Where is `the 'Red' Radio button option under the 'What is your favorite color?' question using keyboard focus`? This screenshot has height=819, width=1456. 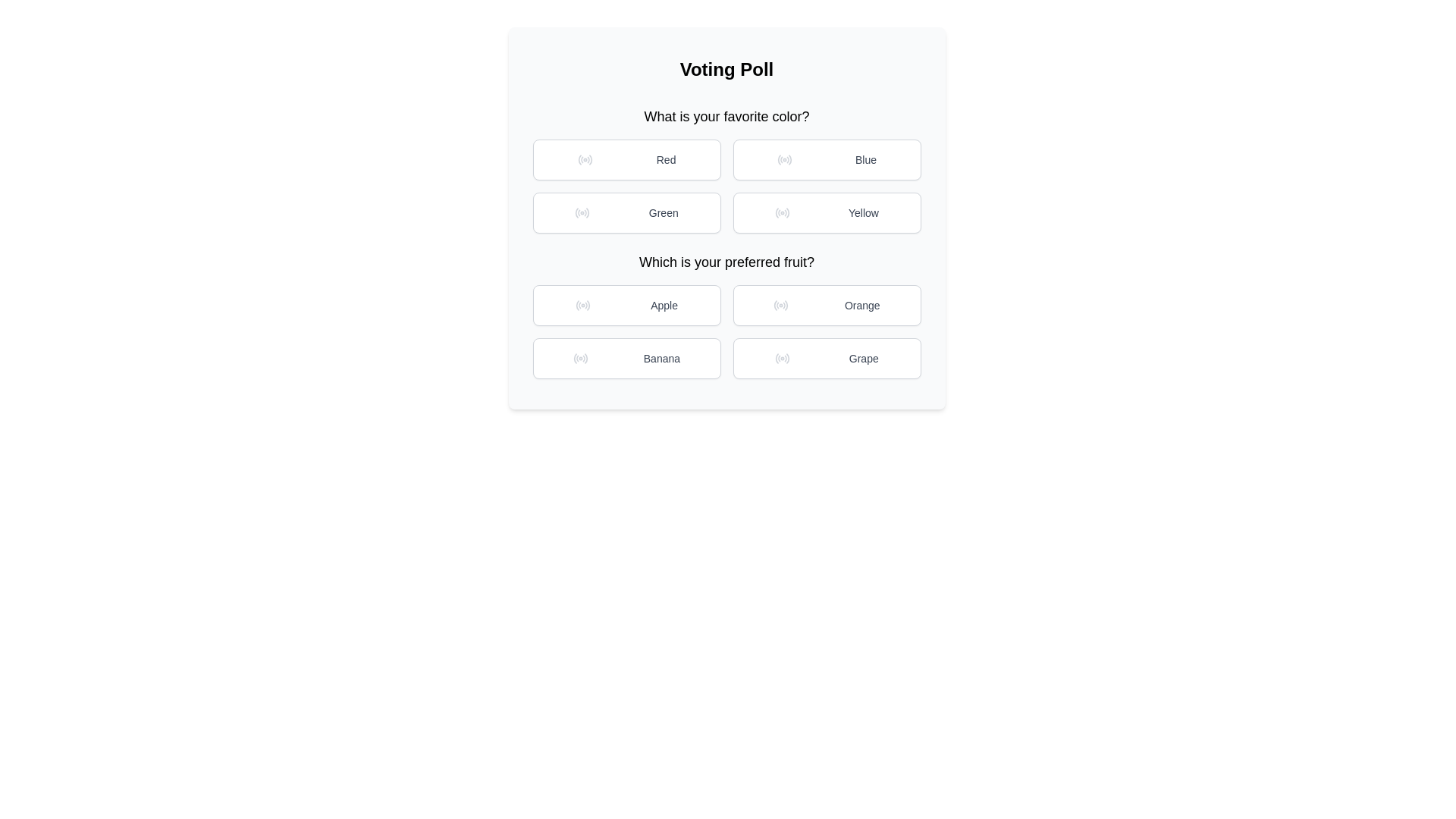
the 'Red' Radio button option under the 'What is your favorite color?' question using keyboard focus is located at coordinates (626, 160).